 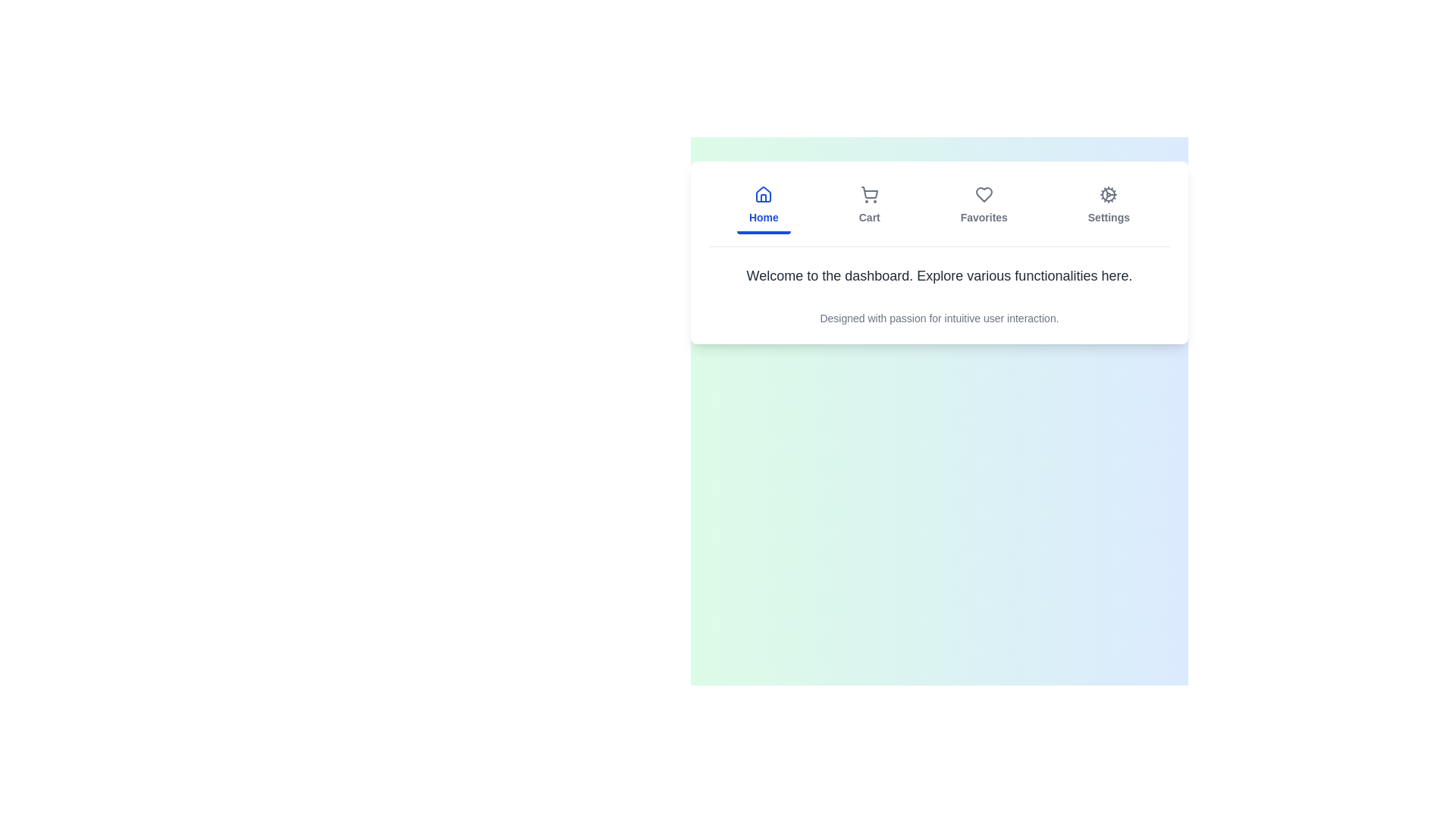 I want to click on text block that is styled in gray and reads, 'Designed with passion for intuitive user interaction.', located below the heading in the card layout, so click(x=938, y=318).